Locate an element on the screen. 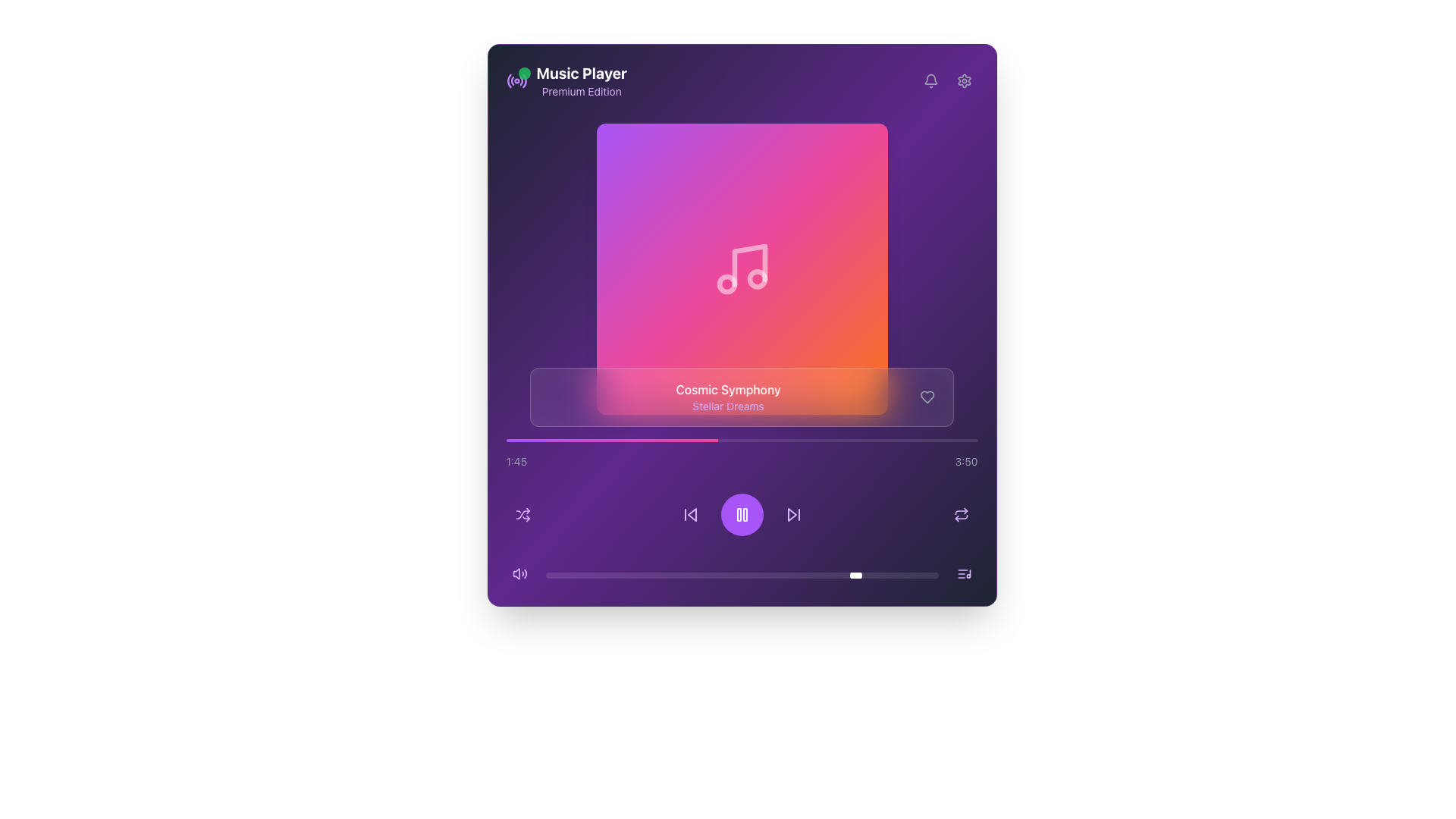 The image size is (1456, 819). the non-interactive Text Display that shows the title and artist name of an audio track, located centrally below the album cover artwork is located at coordinates (728, 397).